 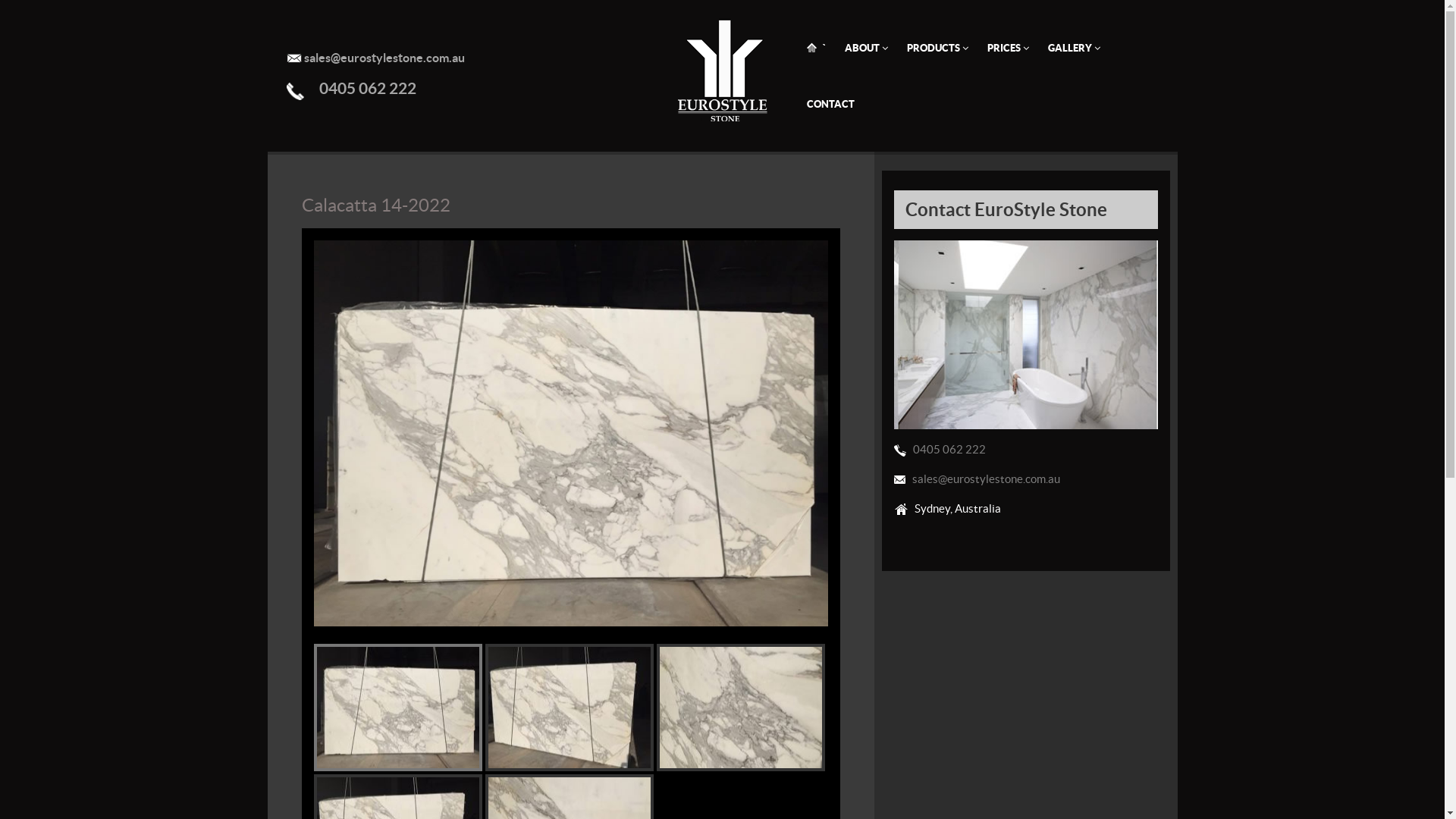 What do you see at coordinates (866, 47) in the screenshot?
I see `'ABOUT'` at bounding box center [866, 47].